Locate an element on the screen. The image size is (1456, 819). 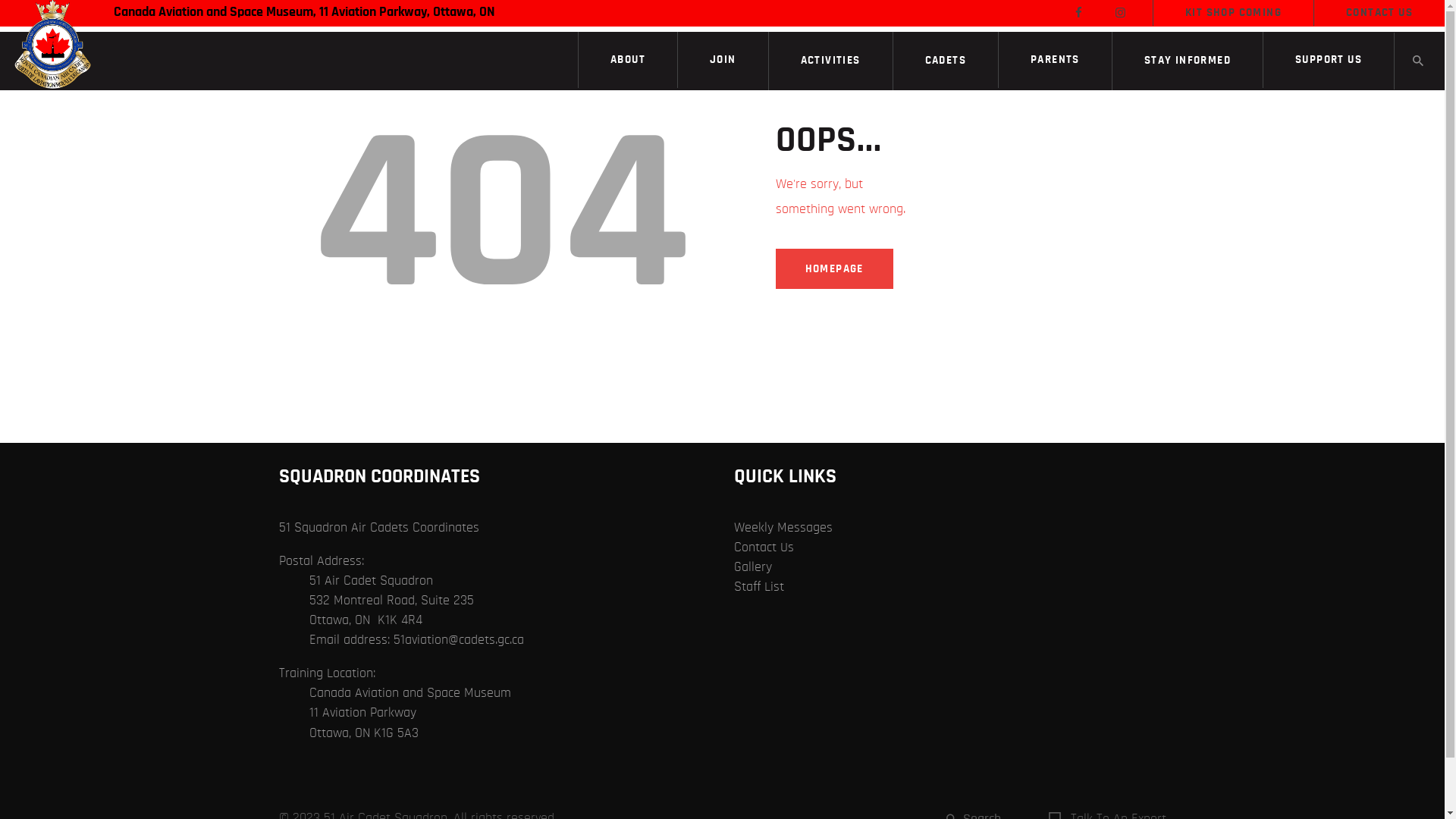
'KIT SHOP COMING' is located at coordinates (1233, 12).